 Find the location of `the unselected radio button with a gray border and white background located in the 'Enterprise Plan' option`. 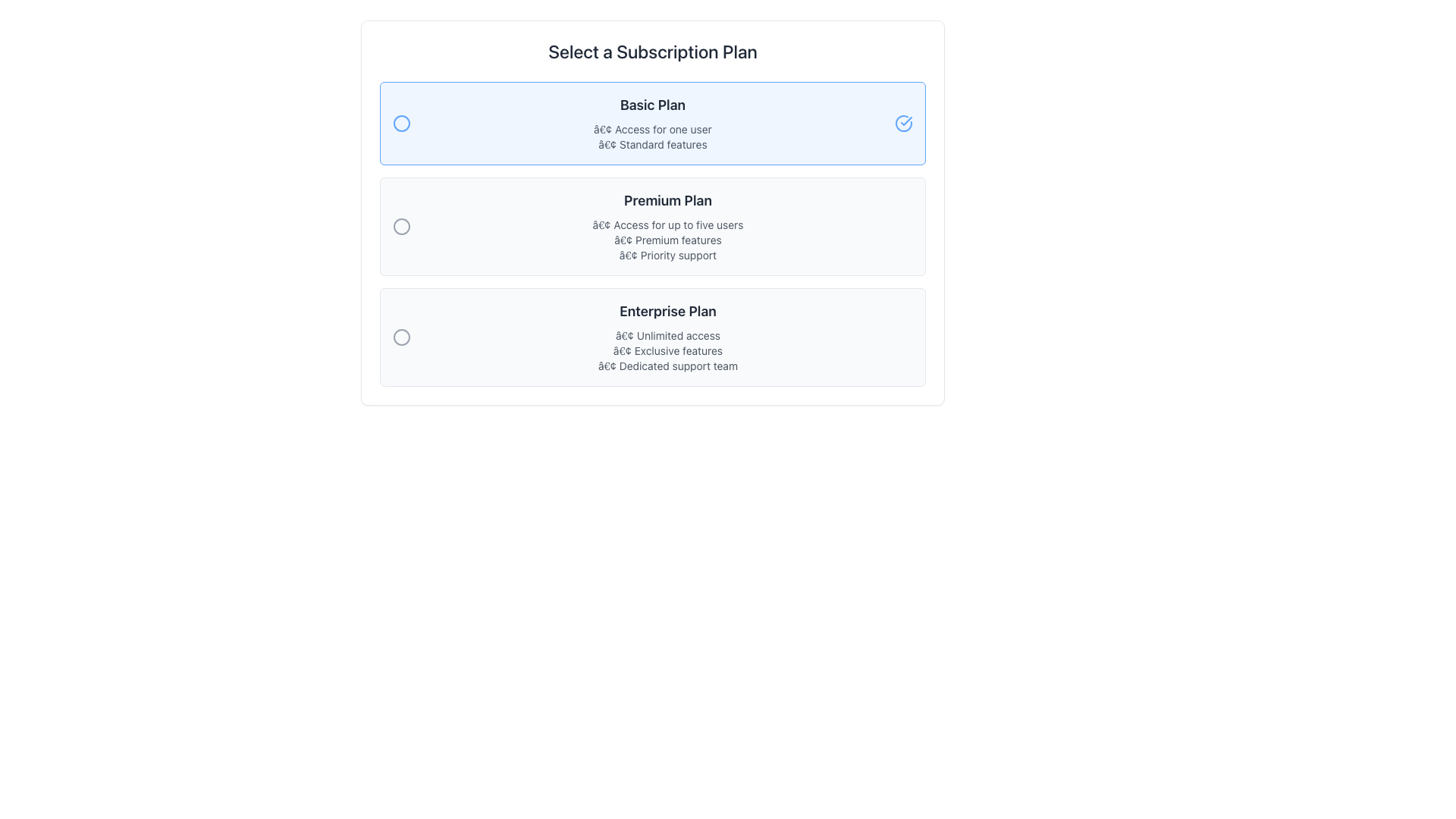

the unselected radio button with a gray border and white background located in the 'Enterprise Plan' option is located at coordinates (401, 336).